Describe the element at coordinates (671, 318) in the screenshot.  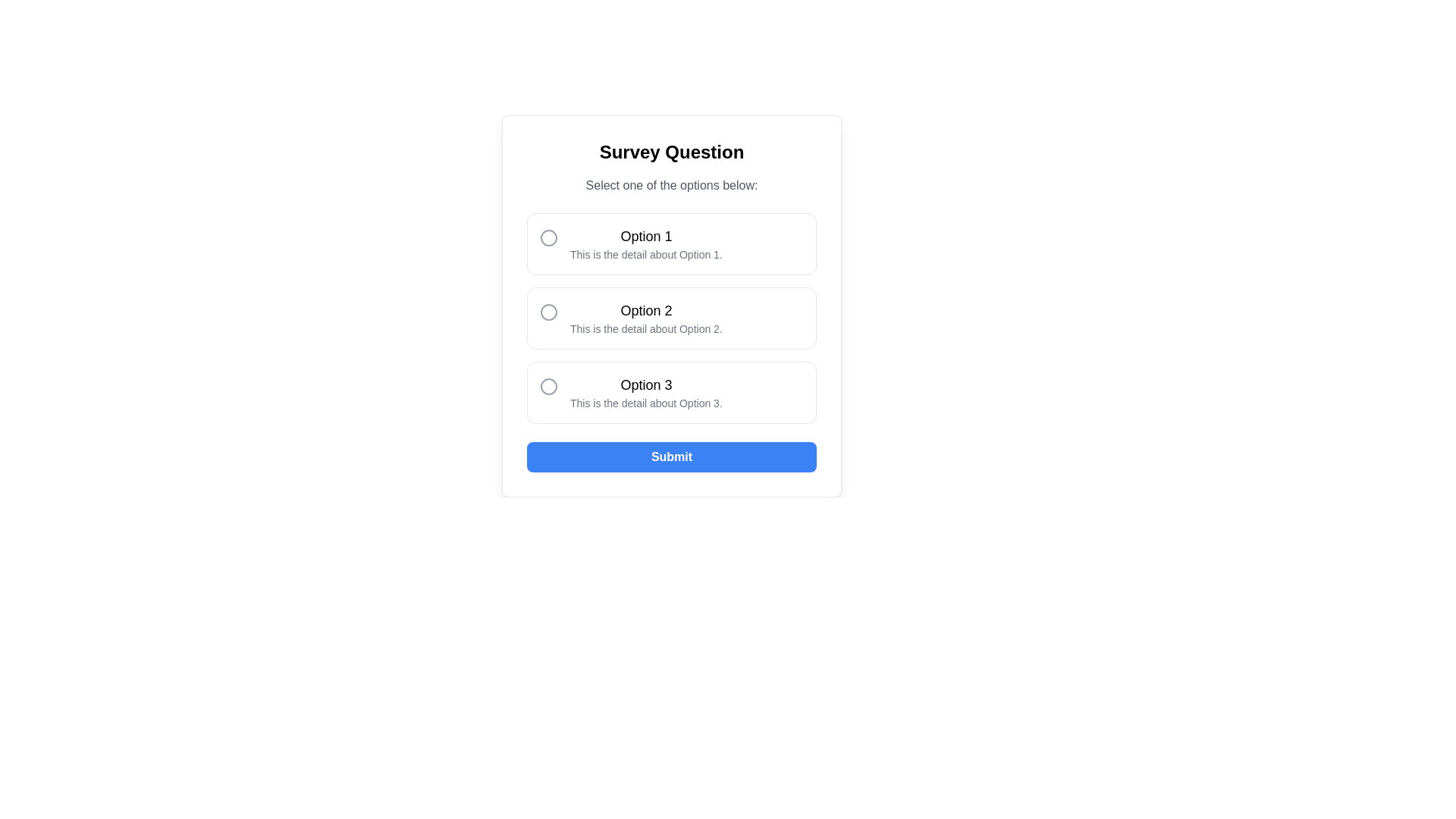
I see `the second selectable survey option in the vertical list` at that location.